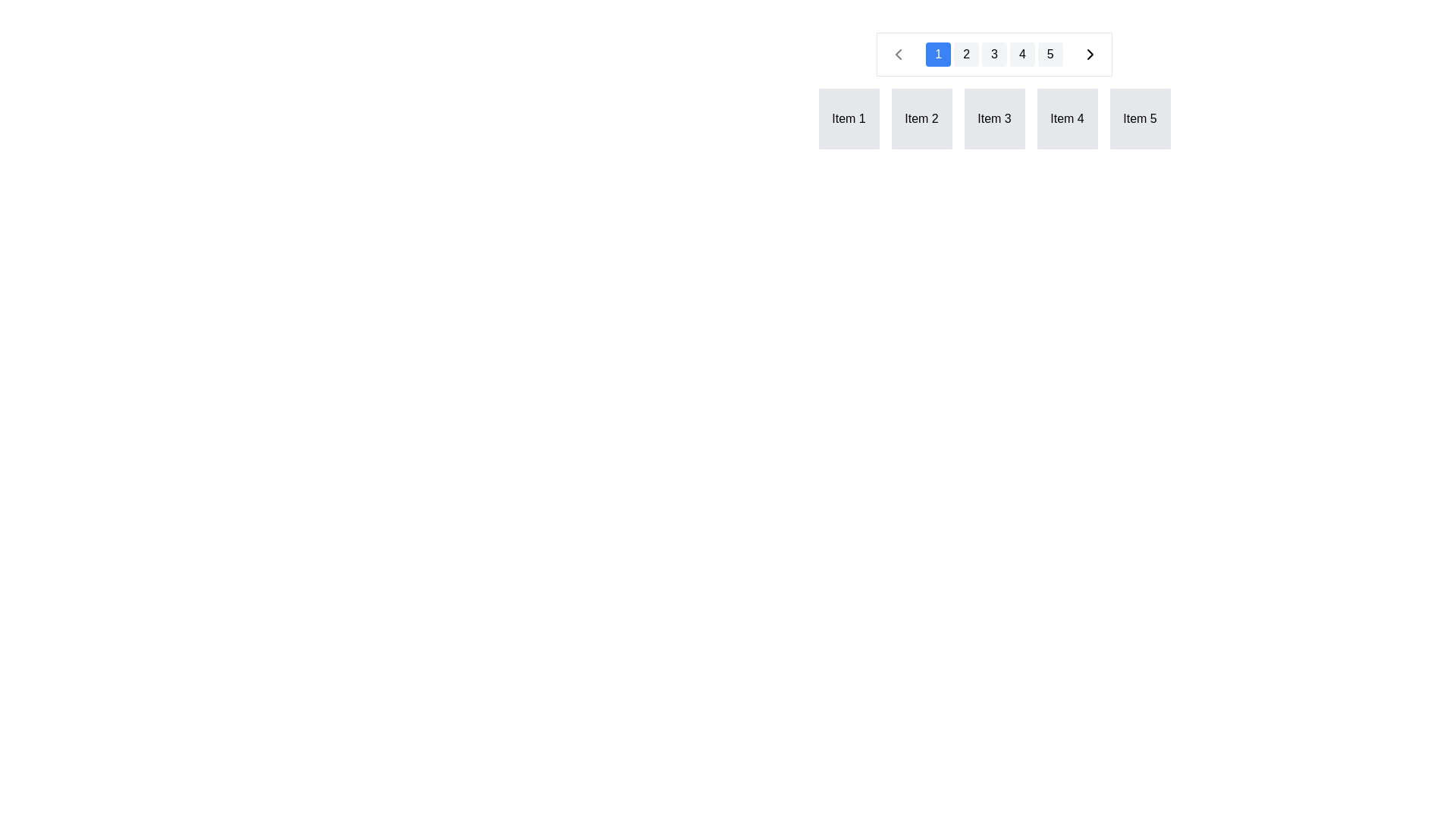 This screenshot has width=1456, height=819. I want to click on the fifth button in the navigation bar, which has rounded corners, a light gray background, and the text '5' centered in bold black font, so click(1050, 54).